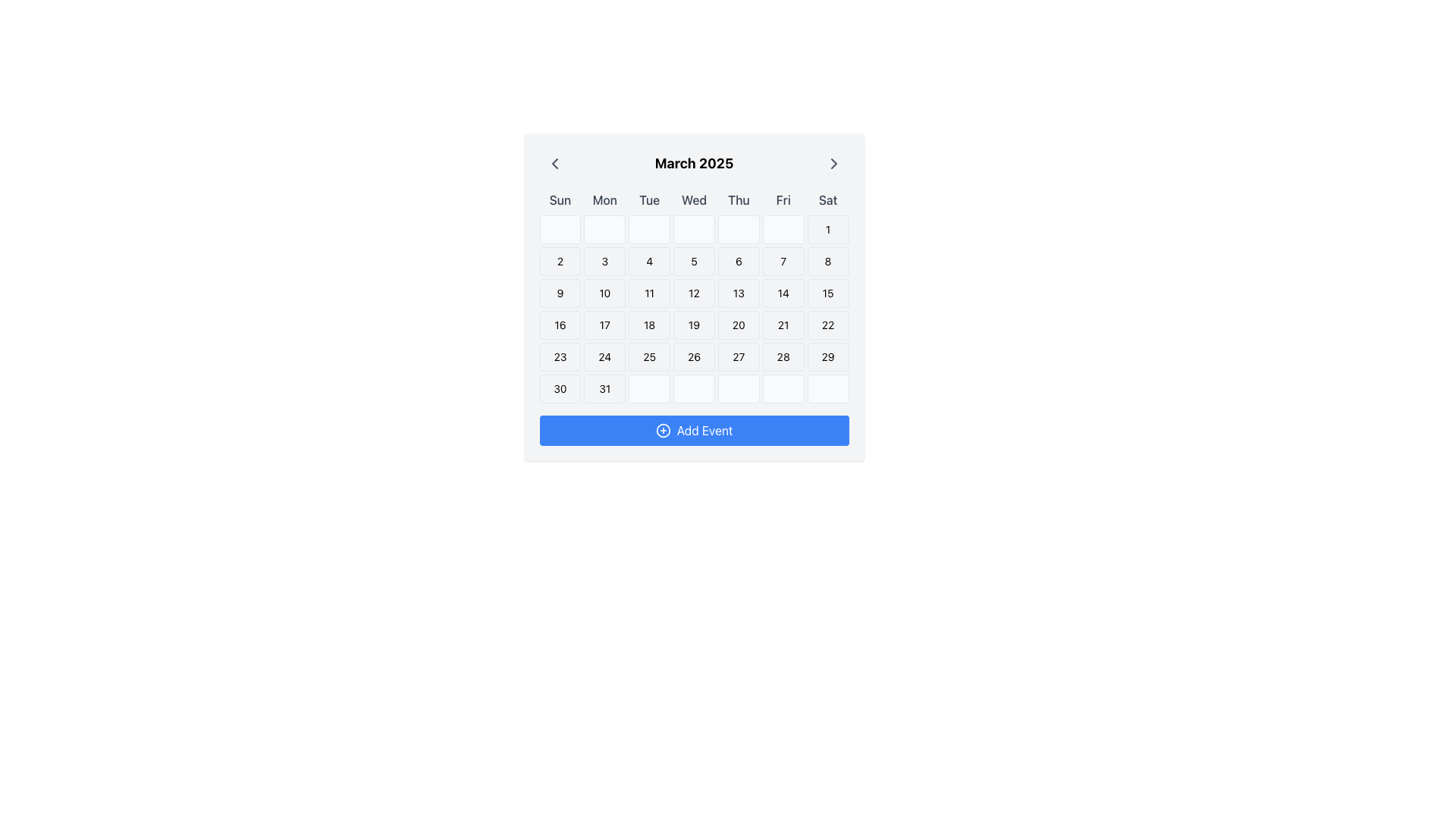  I want to click on the calendar day button displaying '14' located under the 'Thu' column in the March 14, 2025 calendar grid, so click(783, 293).